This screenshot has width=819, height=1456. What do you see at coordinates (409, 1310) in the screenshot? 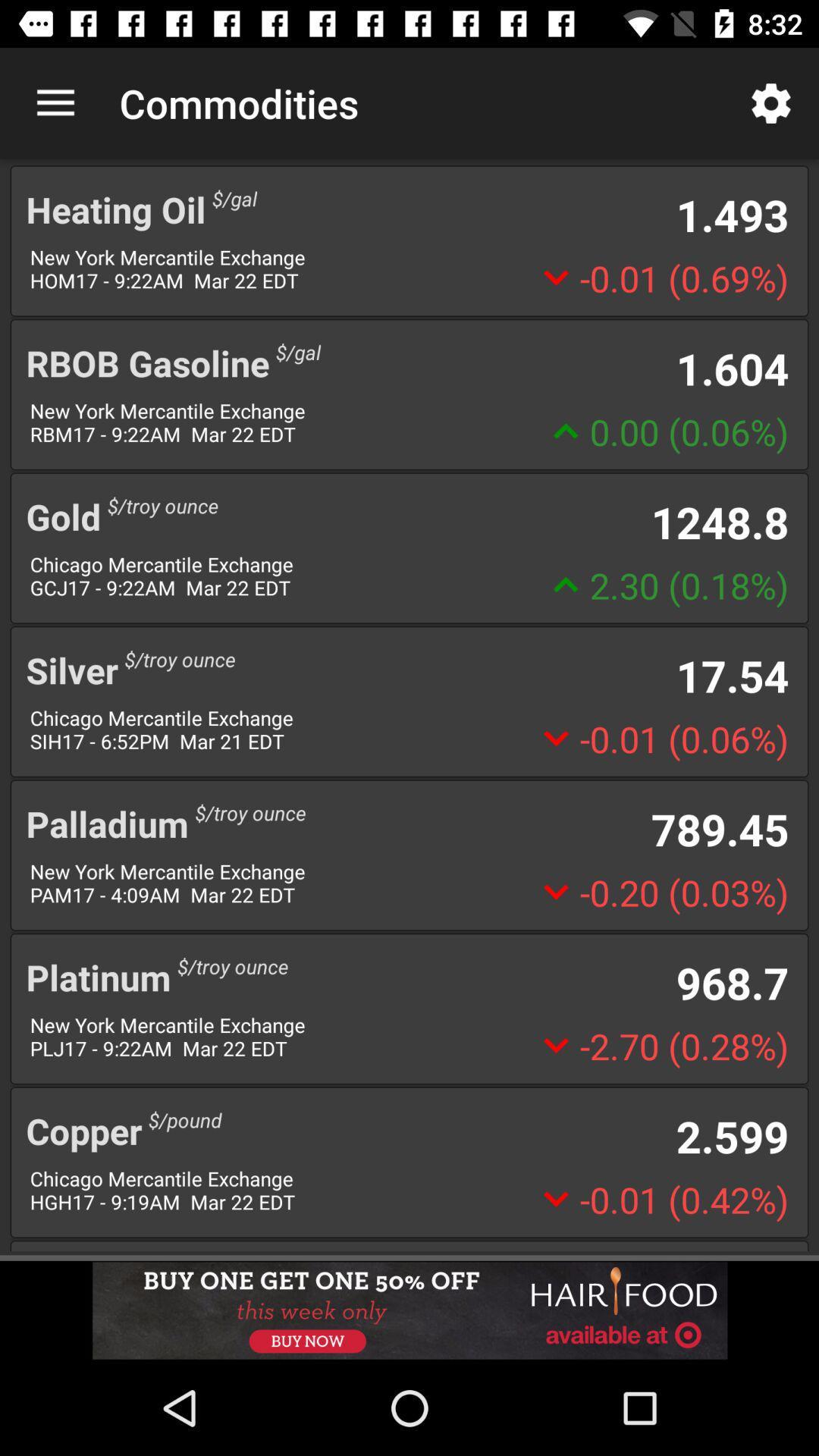
I see `advertisement from outside source` at bounding box center [409, 1310].